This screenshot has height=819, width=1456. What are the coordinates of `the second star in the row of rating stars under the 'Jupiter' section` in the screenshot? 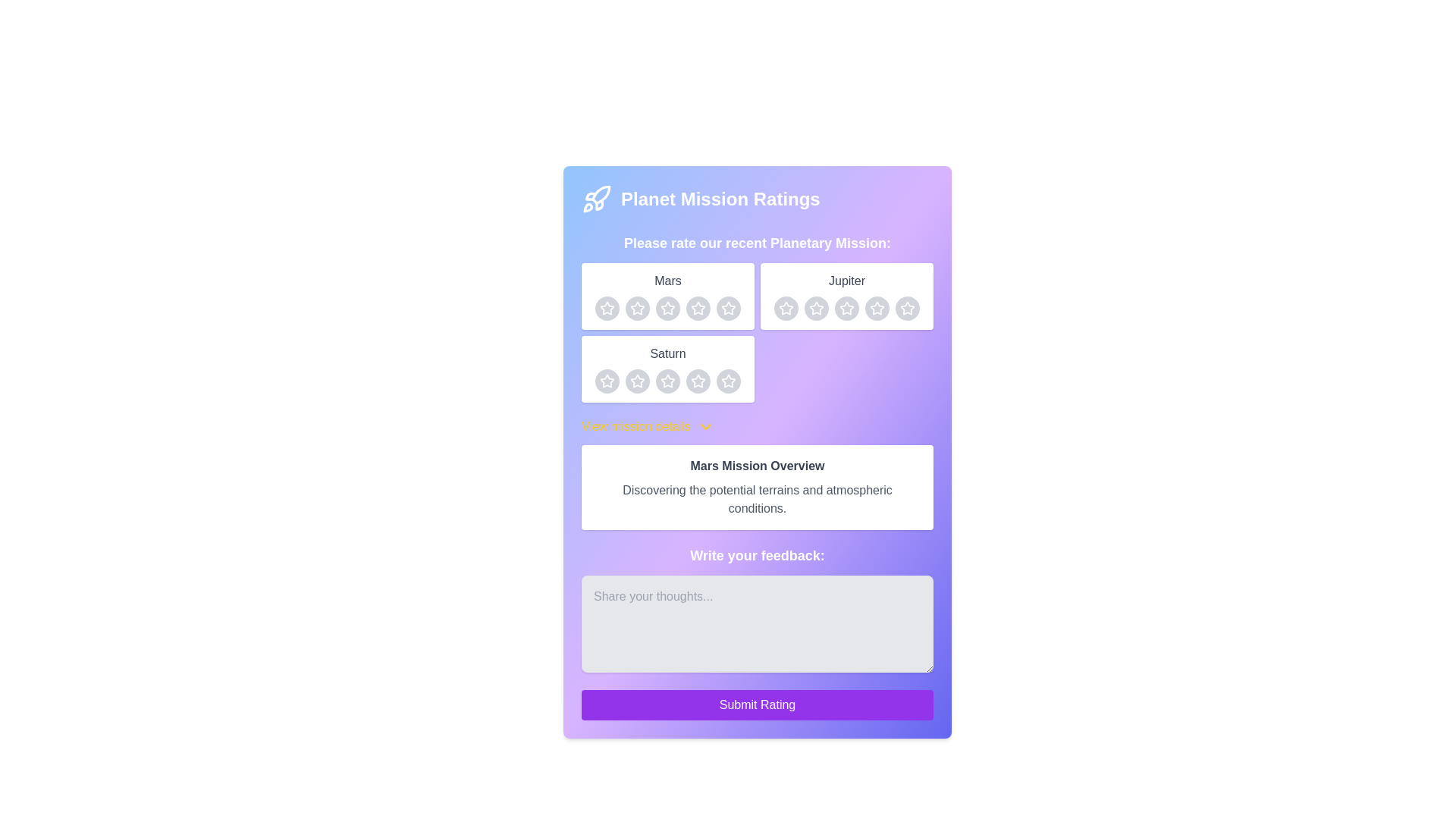 It's located at (786, 308).